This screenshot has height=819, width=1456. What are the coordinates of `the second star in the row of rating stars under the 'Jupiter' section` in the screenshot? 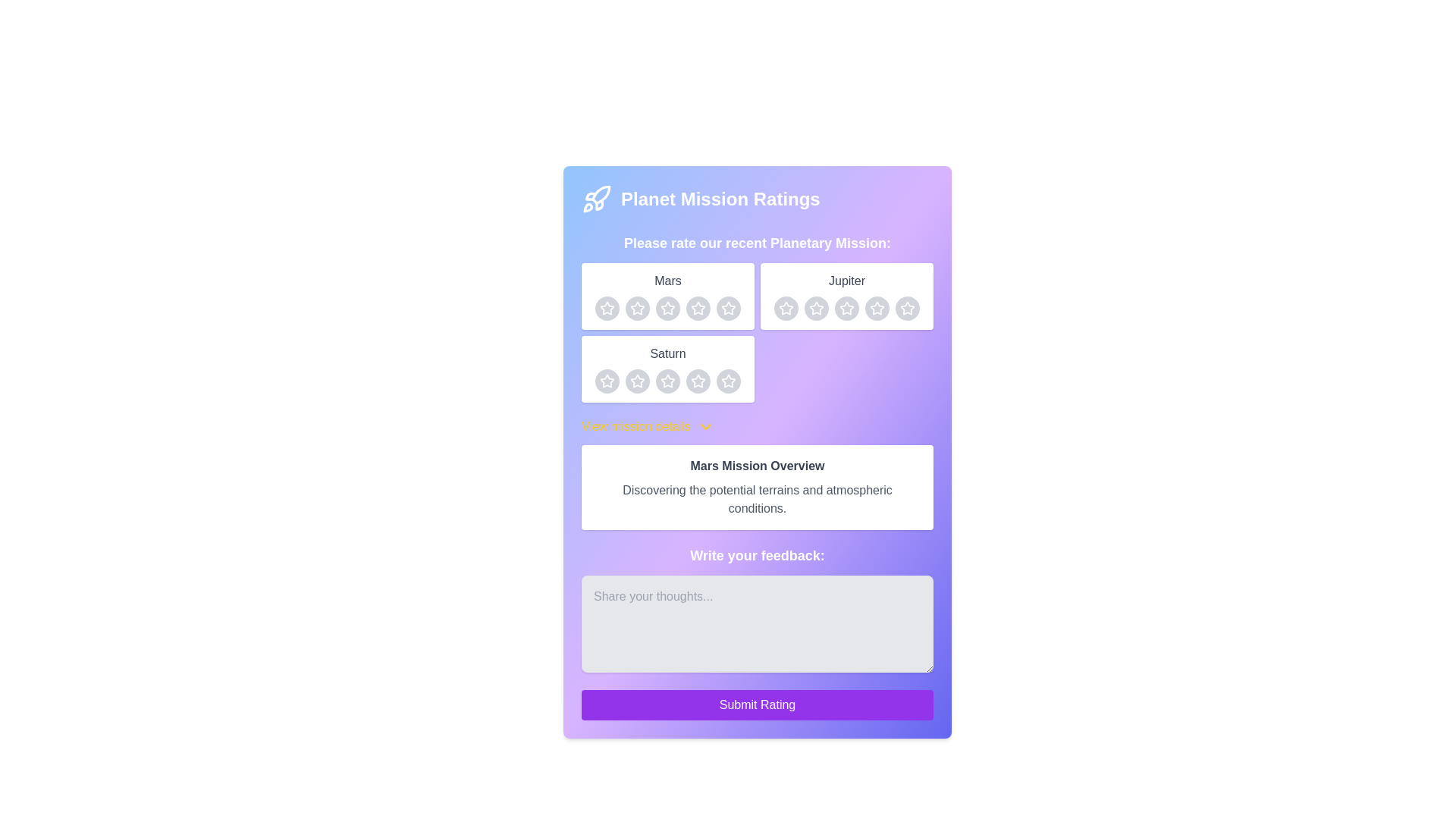 It's located at (786, 308).